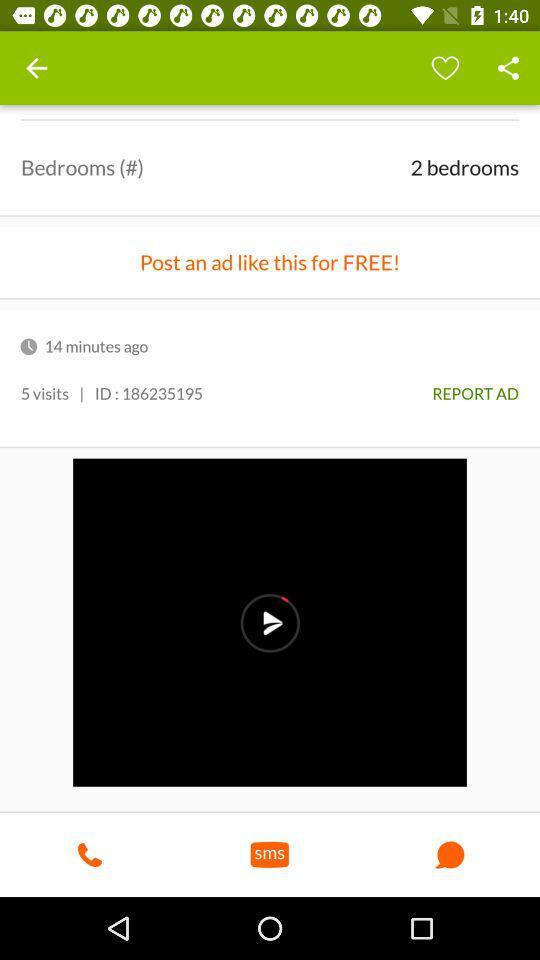  Describe the element at coordinates (449, 853) in the screenshot. I see `the button which is on right side of sms button` at that location.